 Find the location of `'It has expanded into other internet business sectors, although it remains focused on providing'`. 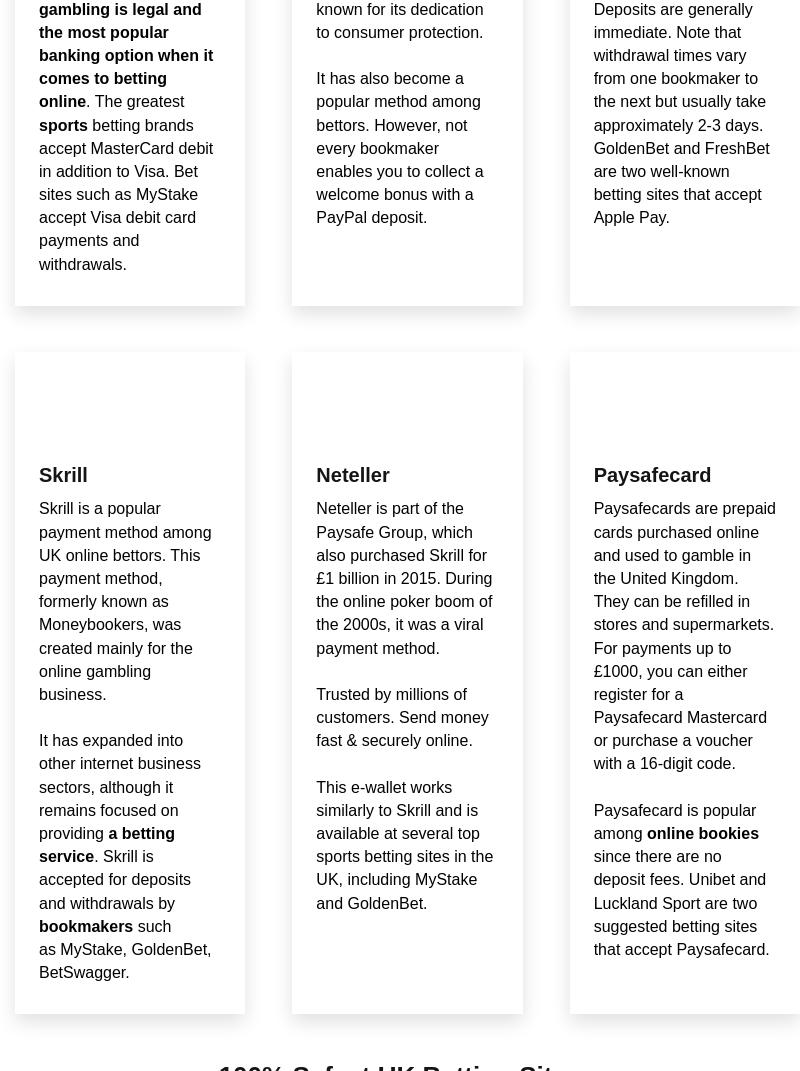

'It has expanded into other internet business sectors, although it remains focused on providing' is located at coordinates (118, 785).